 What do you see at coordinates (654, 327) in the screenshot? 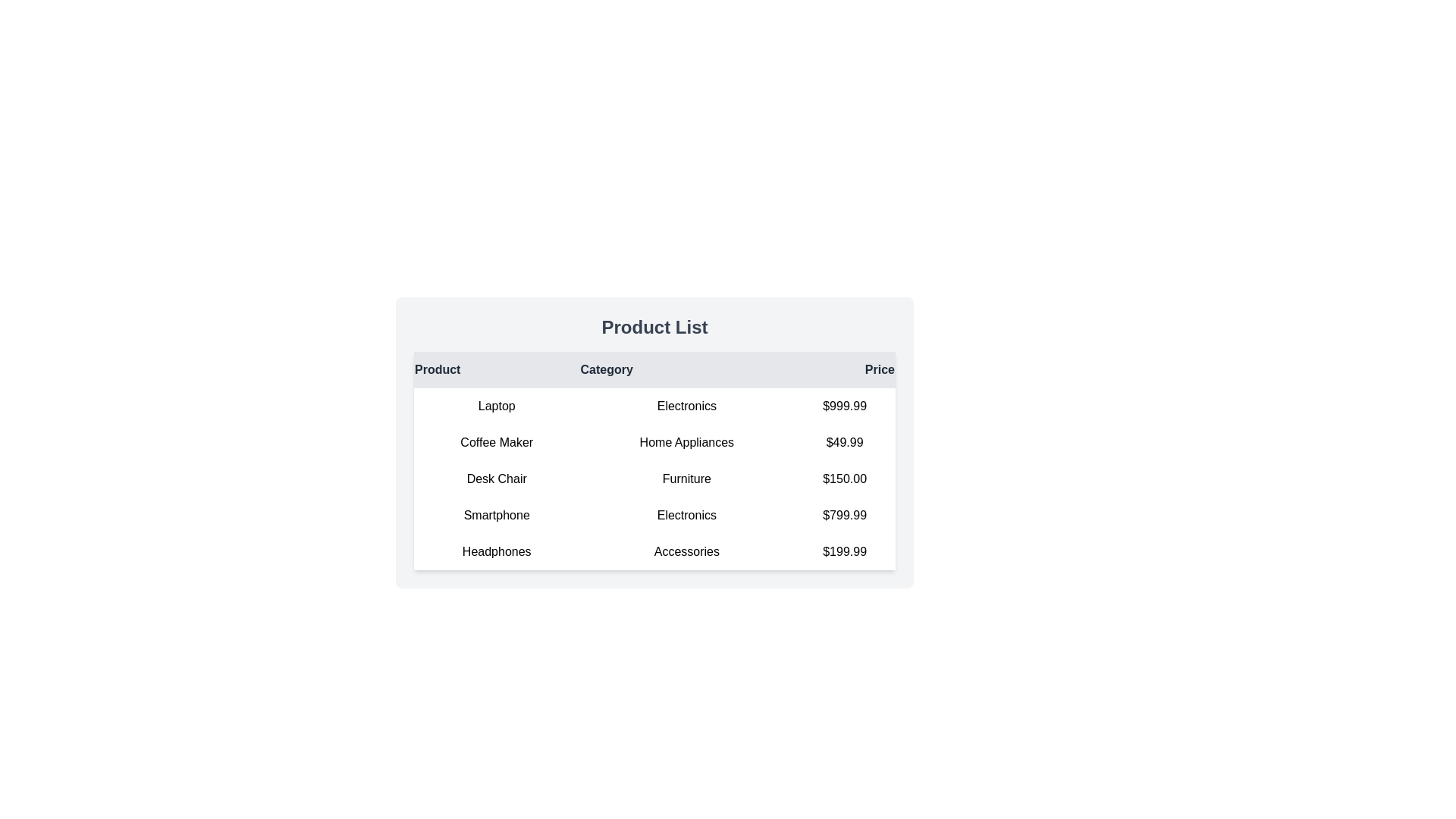
I see `the bolded header text 'Product List' in dark gray color, located at the top of a light gray rounded-corner panel` at bounding box center [654, 327].